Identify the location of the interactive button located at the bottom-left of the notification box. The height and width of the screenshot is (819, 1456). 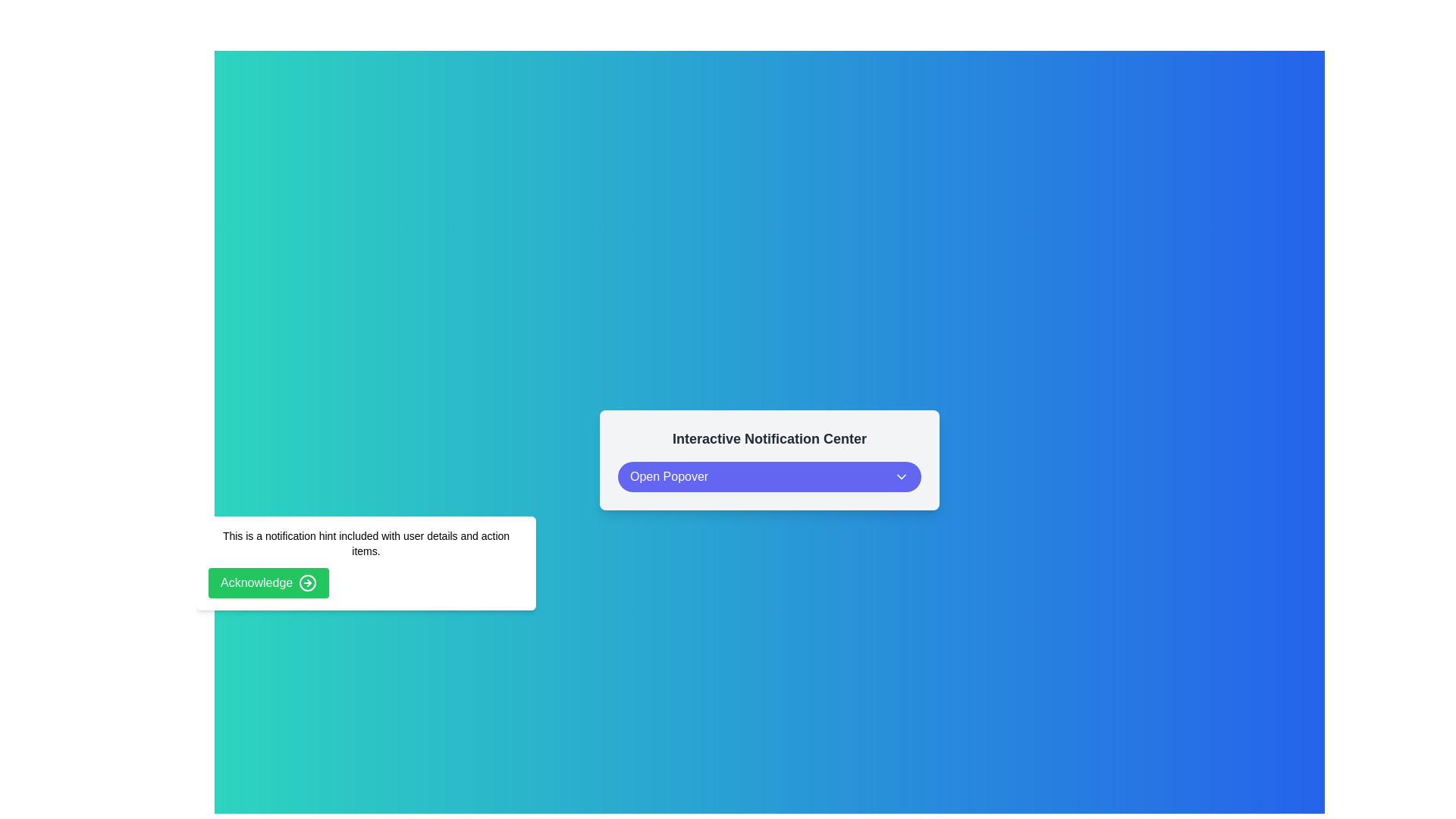
(268, 582).